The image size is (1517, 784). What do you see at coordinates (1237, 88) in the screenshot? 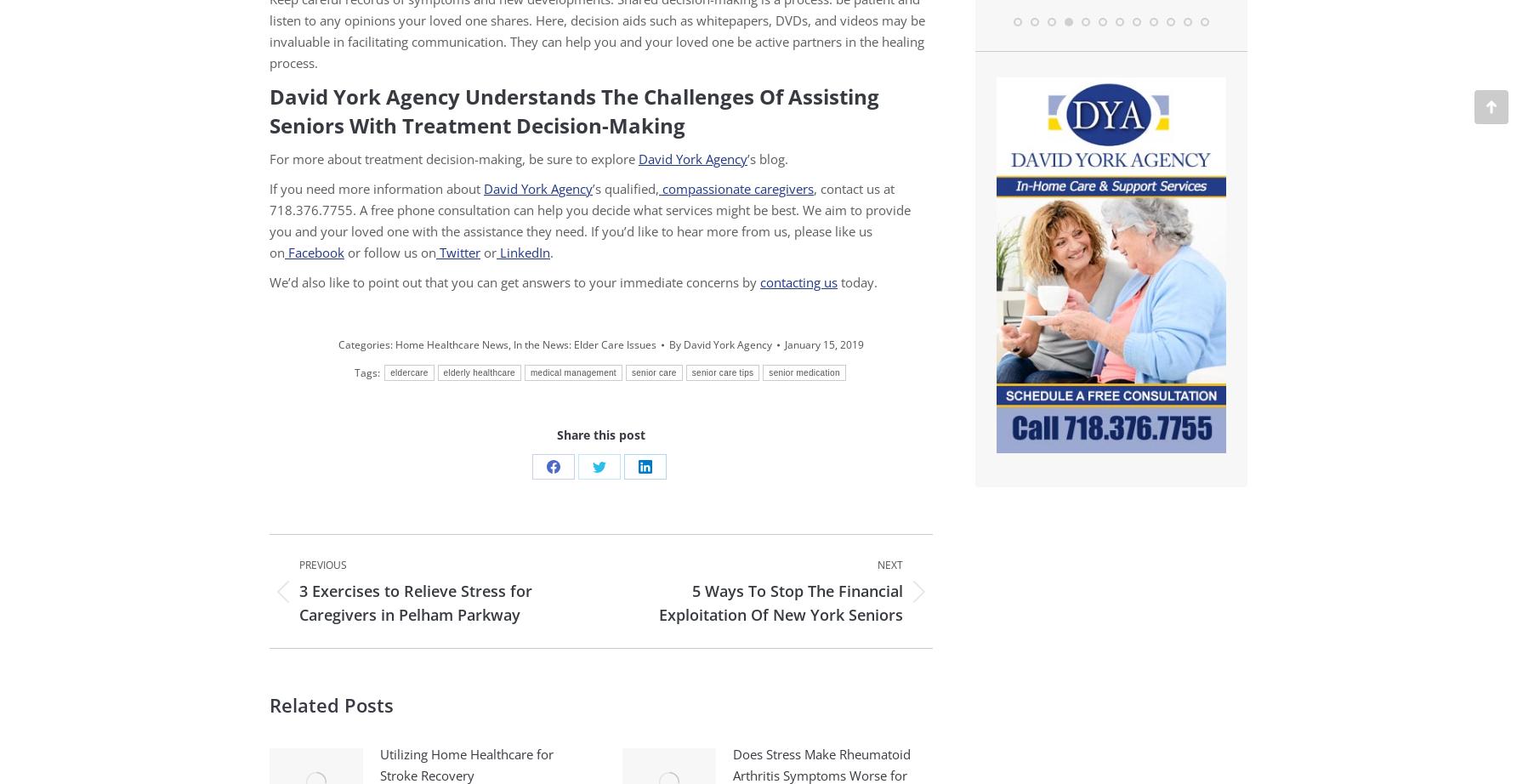
I see `'Cedarhurst, N.Y.'` at bounding box center [1237, 88].